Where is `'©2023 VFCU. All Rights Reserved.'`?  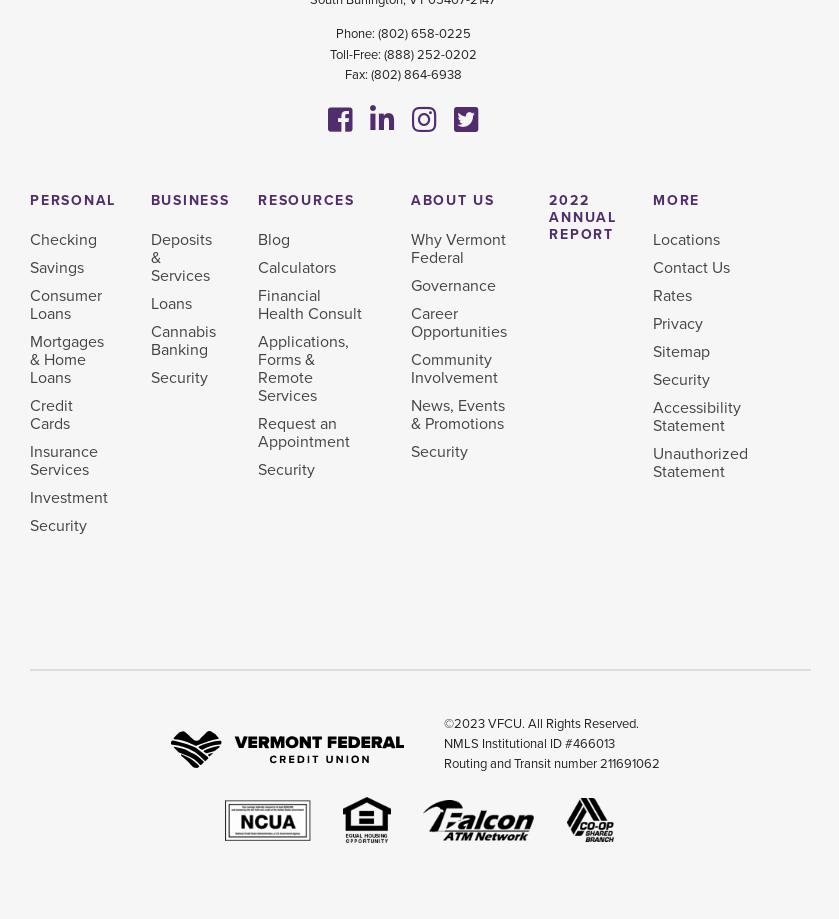
'©2023 VFCU. All Rights Reserved.' is located at coordinates (442, 722).